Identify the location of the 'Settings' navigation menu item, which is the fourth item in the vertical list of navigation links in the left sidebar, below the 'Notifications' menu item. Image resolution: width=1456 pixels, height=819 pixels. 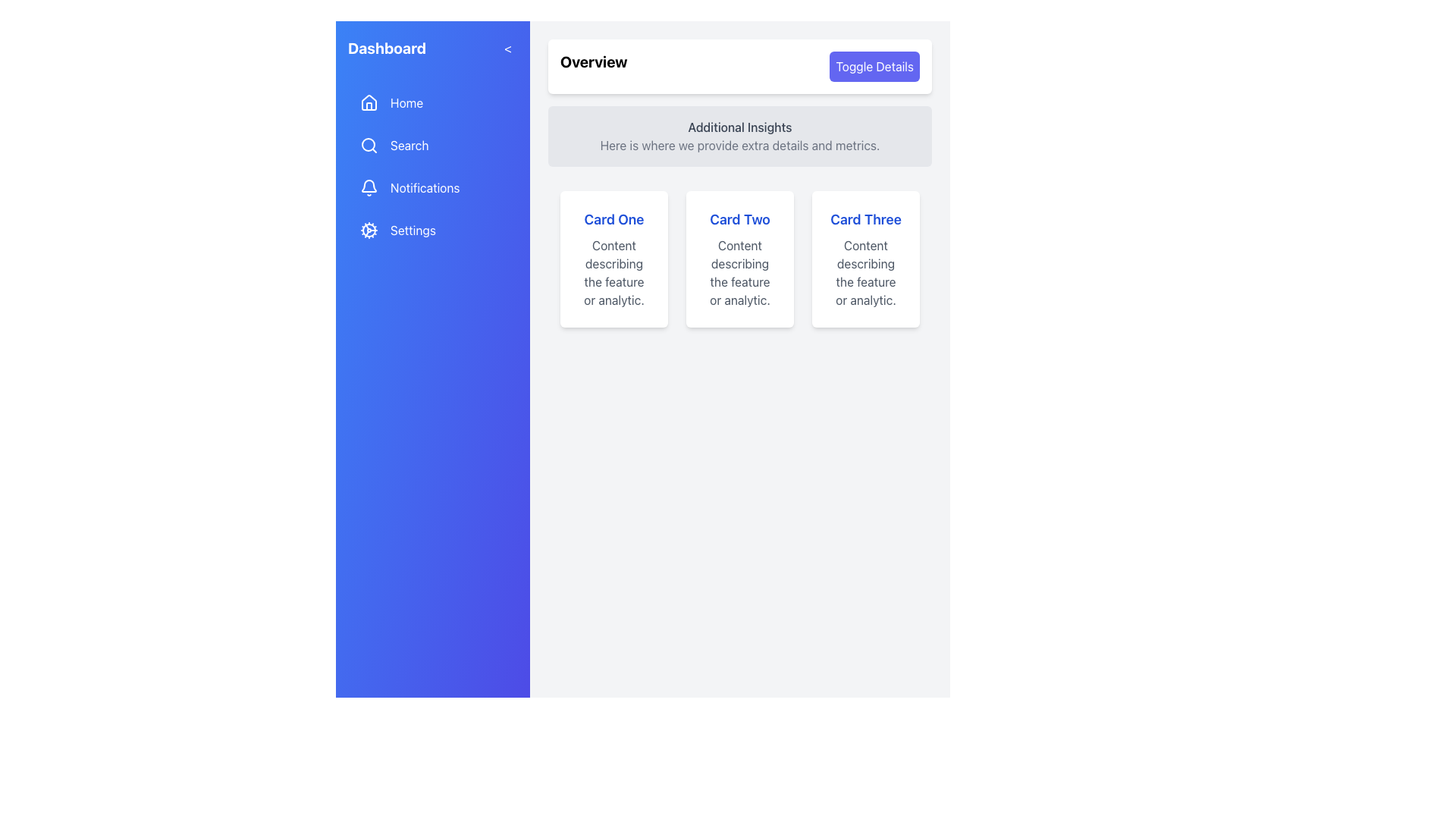
(432, 231).